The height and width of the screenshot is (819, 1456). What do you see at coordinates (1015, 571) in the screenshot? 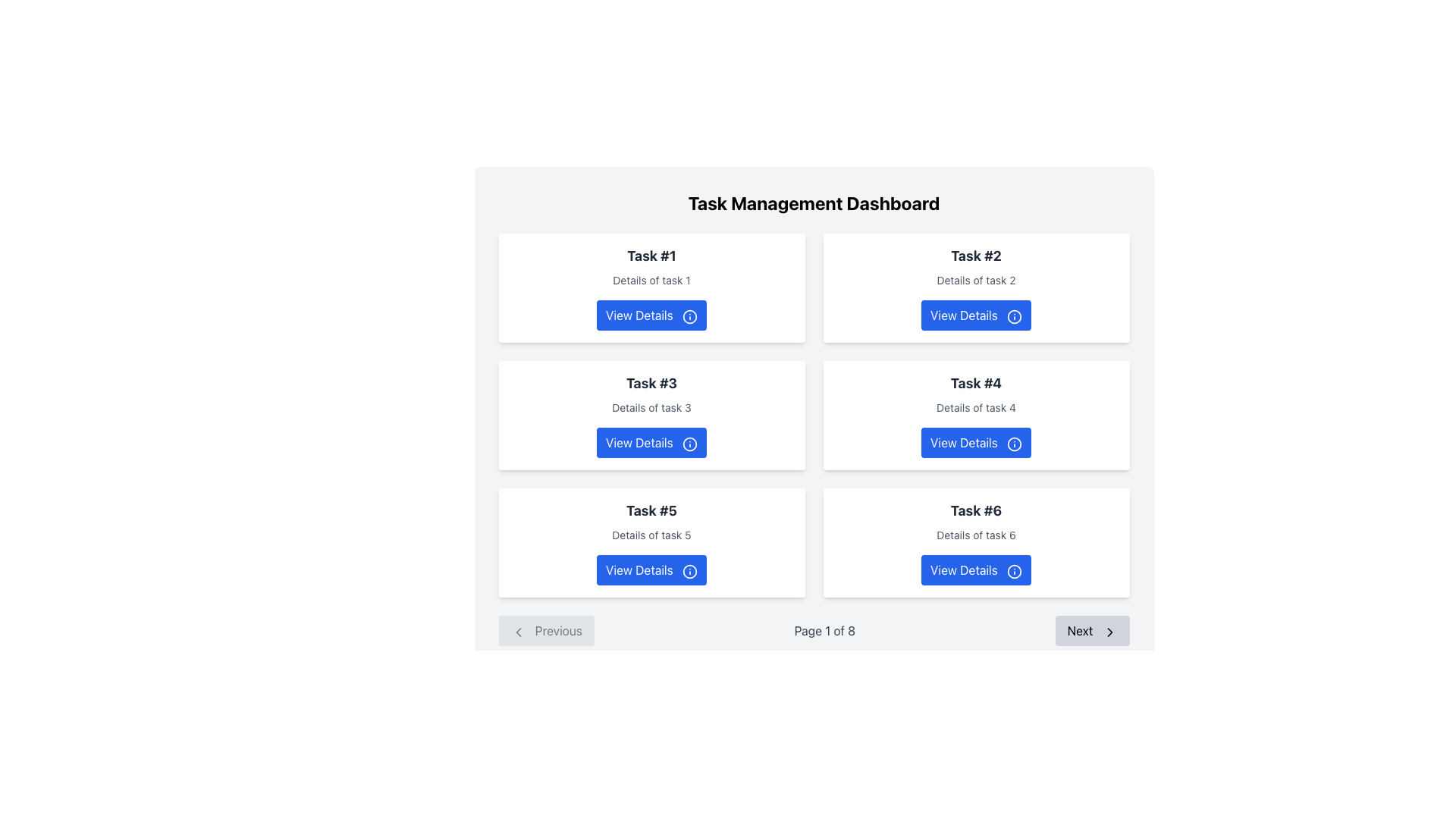
I see `the small circular blue icon located at the bottom-right corner of the 'View Details' button associated with 'Task #6'` at bounding box center [1015, 571].